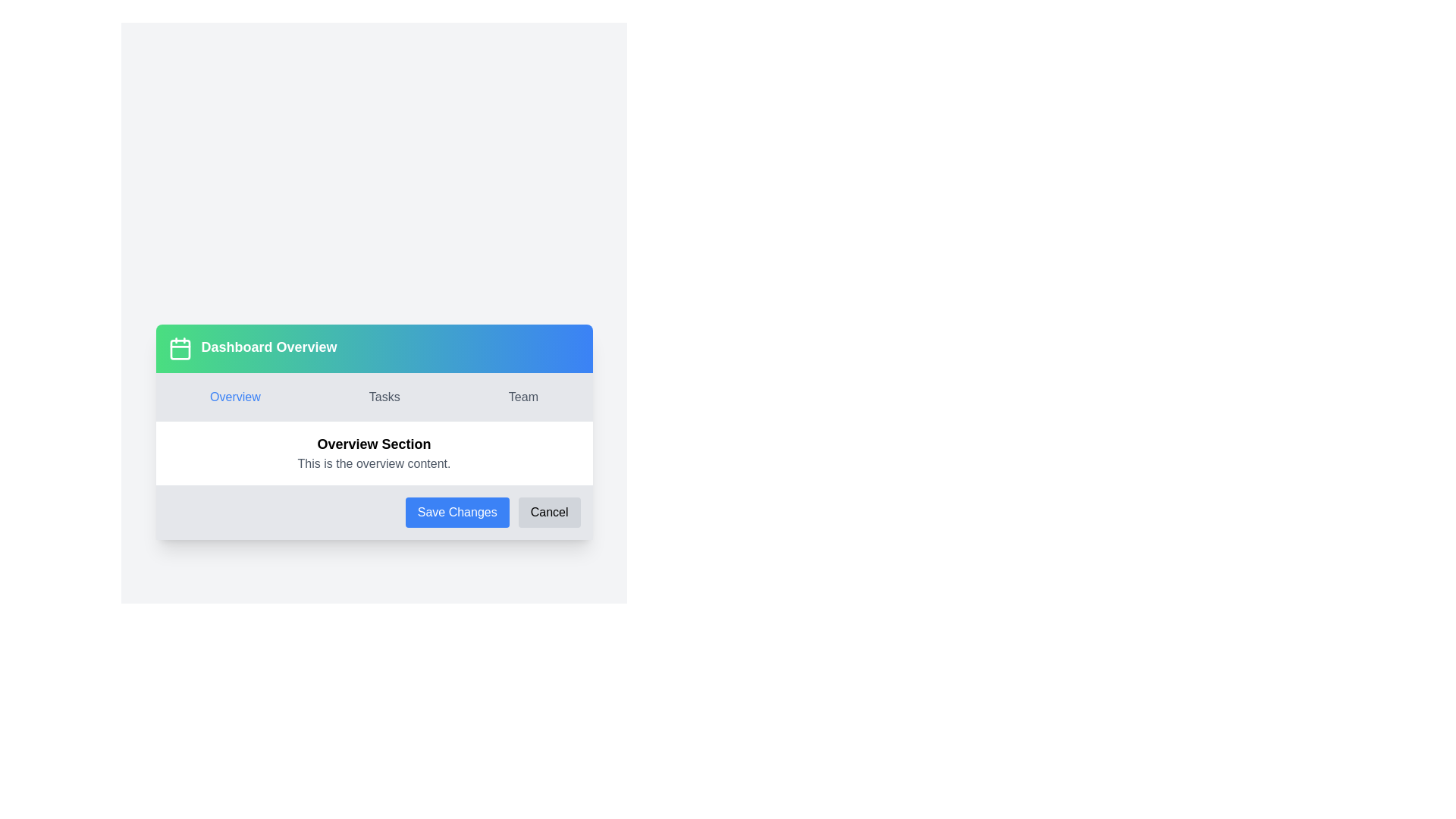 The width and height of the screenshot is (1456, 819). What do you see at coordinates (234, 397) in the screenshot?
I see `the Navigation Button located at the top center of the interface` at bounding box center [234, 397].